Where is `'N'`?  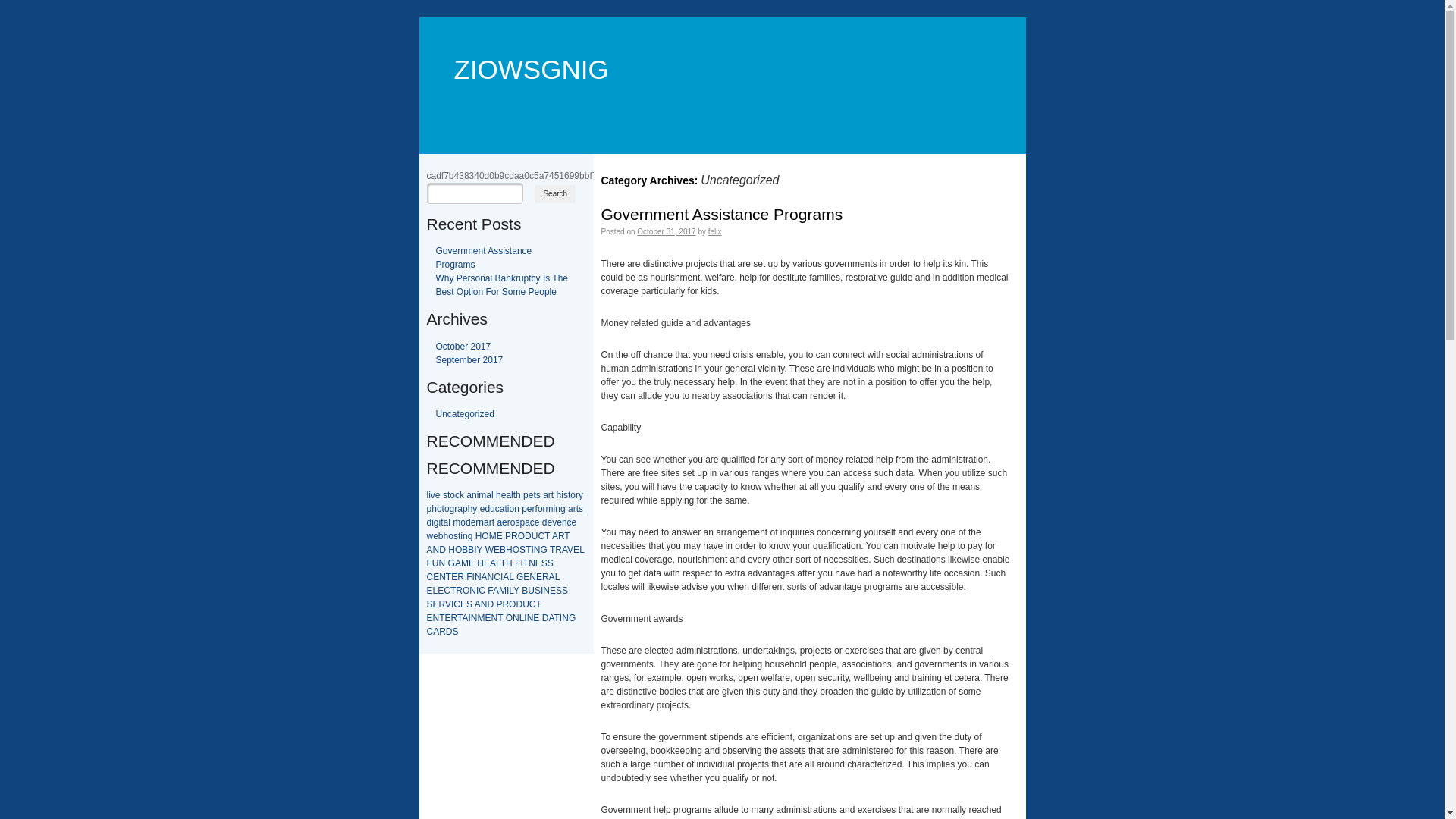 'N' is located at coordinates (473, 617).